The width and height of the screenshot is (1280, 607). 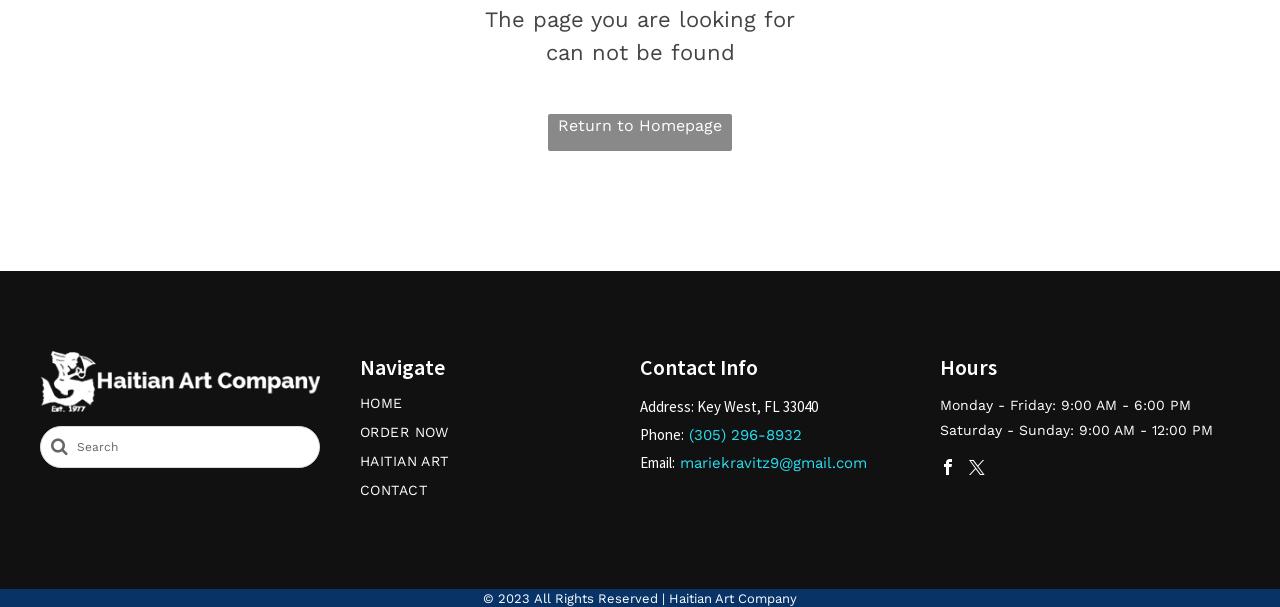 What do you see at coordinates (968, 366) in the screenshot?
I see `'Hours'` at bounding box center [968, 366].